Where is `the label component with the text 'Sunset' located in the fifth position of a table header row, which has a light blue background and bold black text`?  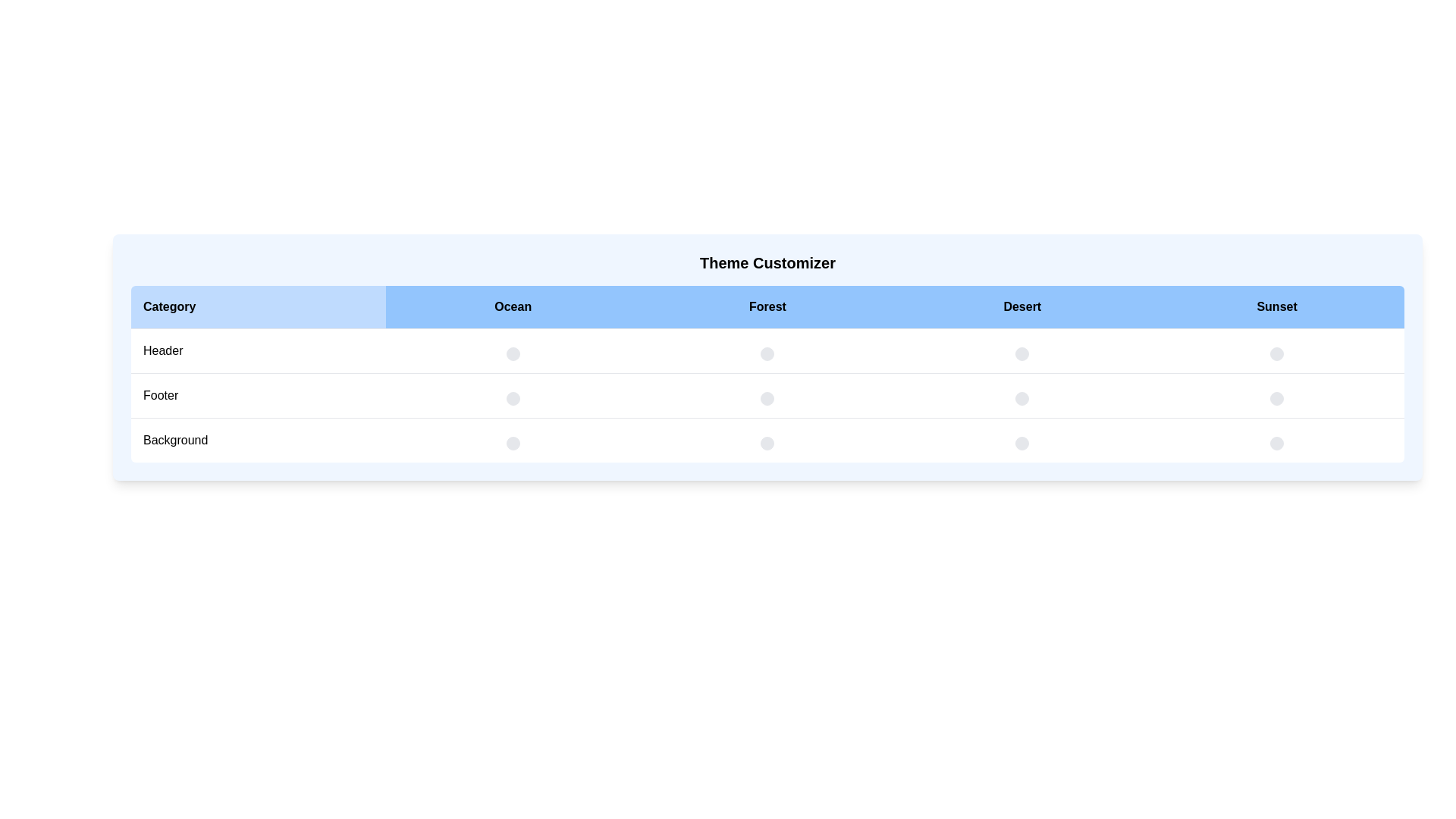 the label component with the text 'Sunset' located in the fifth position of a table header row, which has a light blue background and bold black text is located at coordinates (1276, 307).